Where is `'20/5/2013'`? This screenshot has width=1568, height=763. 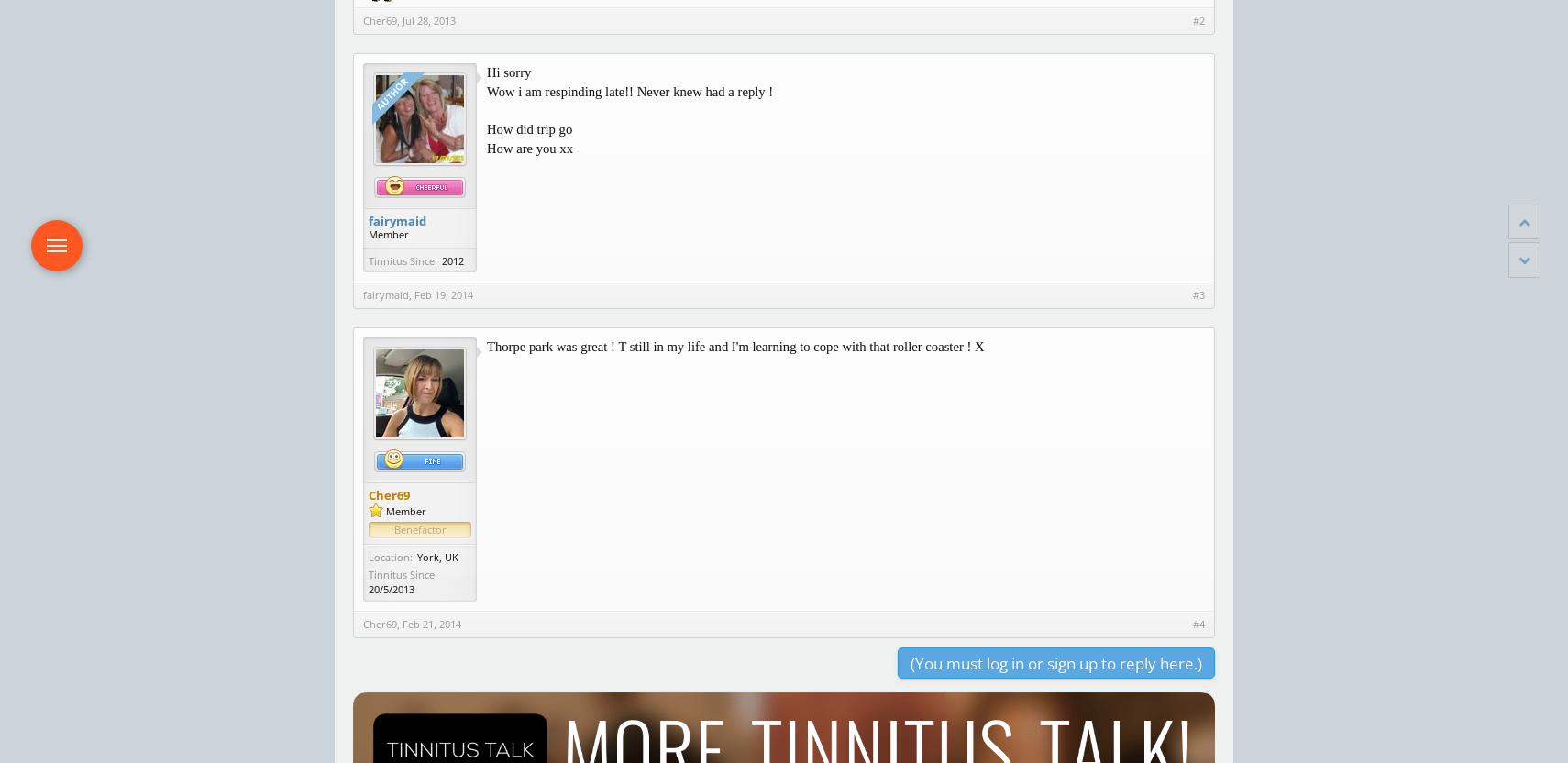 '20/5/2013' is located at coordinates (368, 589).